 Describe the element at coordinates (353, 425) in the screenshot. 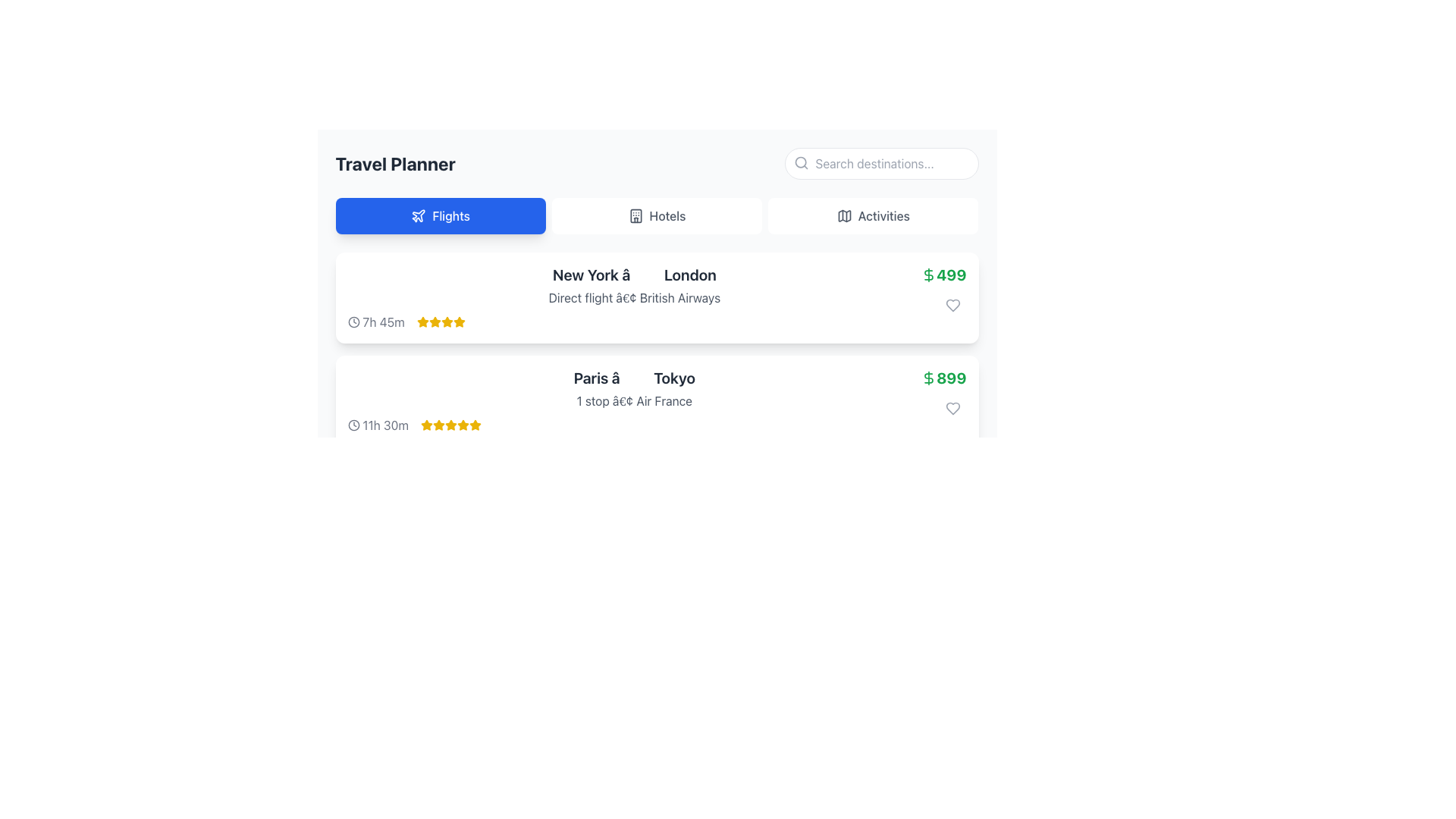

I see `the circular clock icon located in the 'Time and Rating' section for the second flight option ('Paris to Tokyo'), which is positioned to the left of the text '11h 30m'` at that location.